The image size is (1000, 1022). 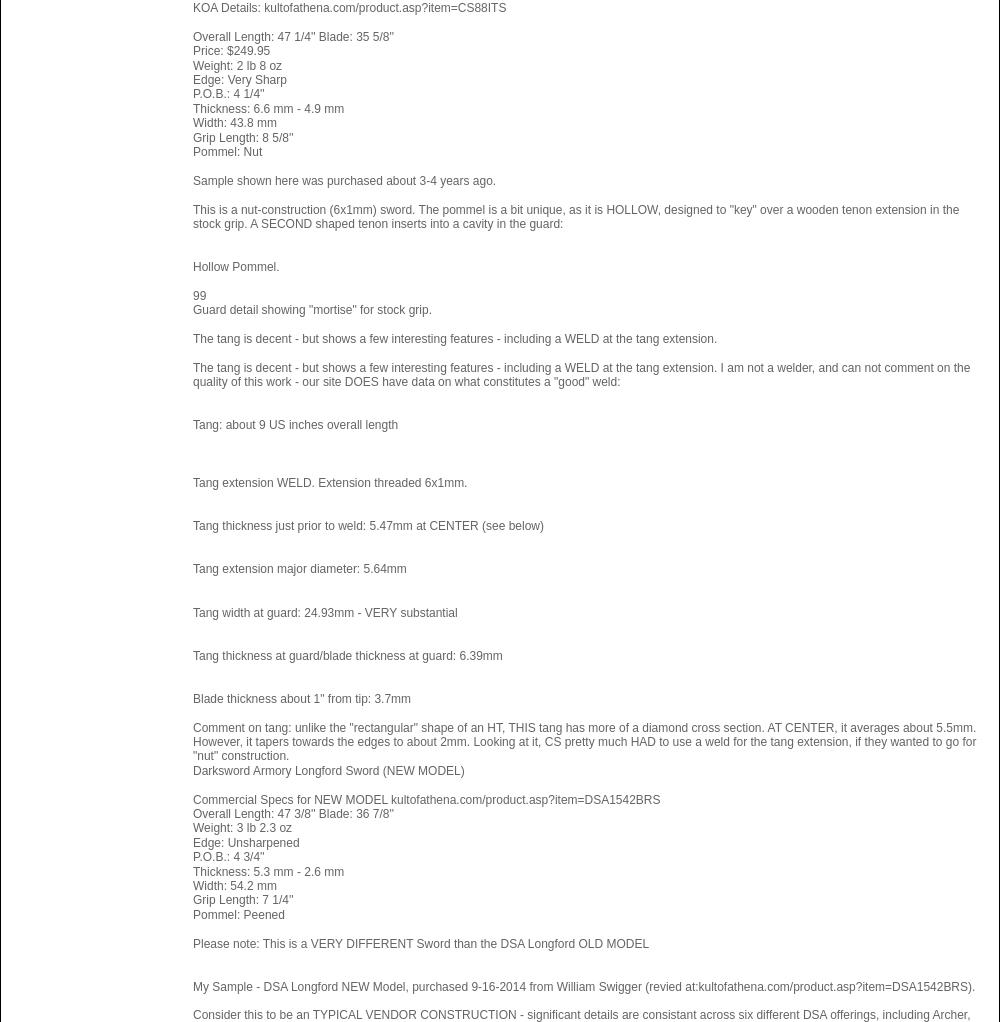 I want to click on 'Pommel: Peened', so click(x=237, y=912).